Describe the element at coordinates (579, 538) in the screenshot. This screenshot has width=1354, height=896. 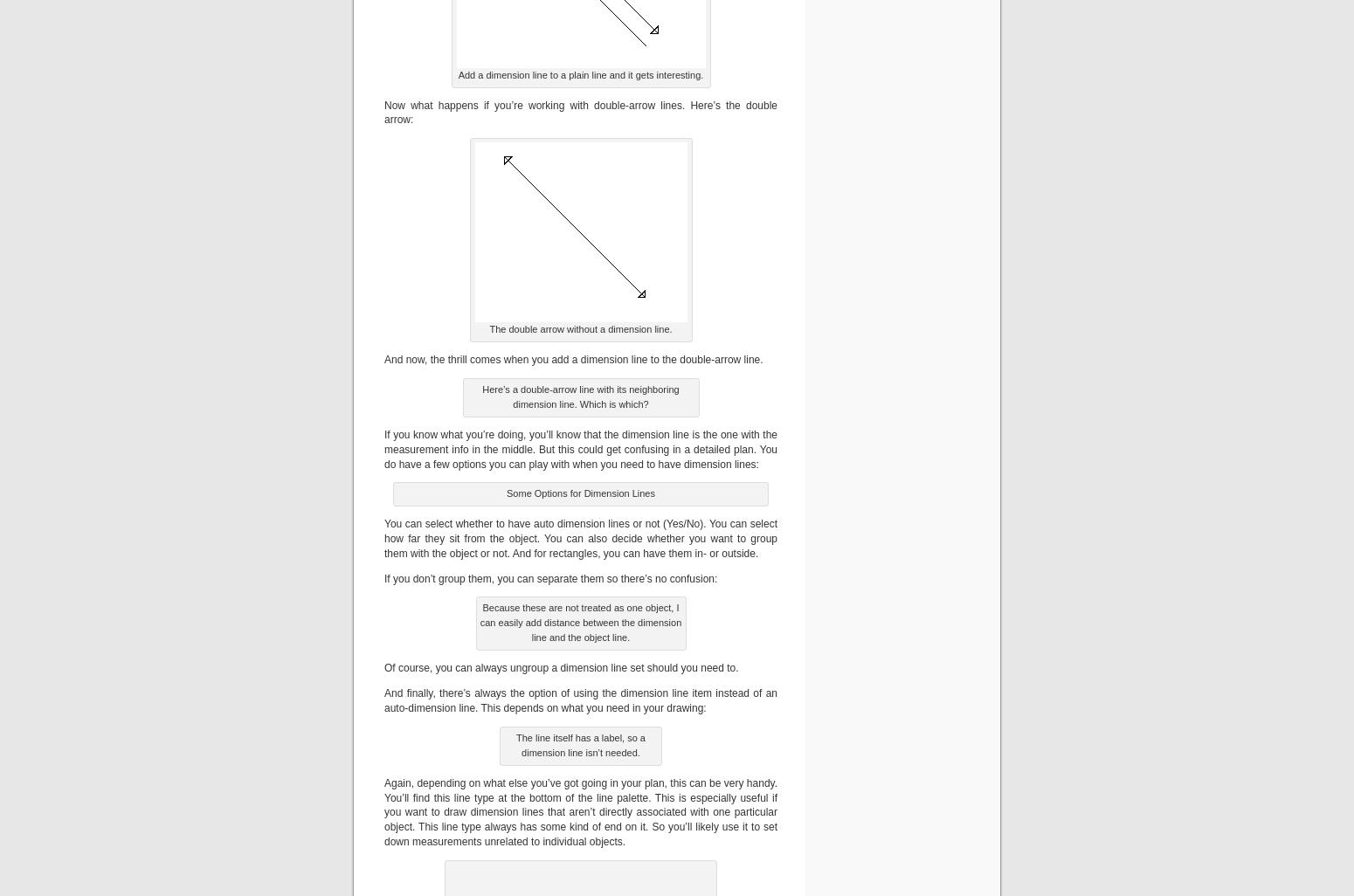
I see `'You can select whether to have auto dimension lines or not (Yes/No). You can select how far they sit from the object. You can also decide whether you want to group them with the object or not. And for rectangles, you can have them in- or outside.'` at that location.